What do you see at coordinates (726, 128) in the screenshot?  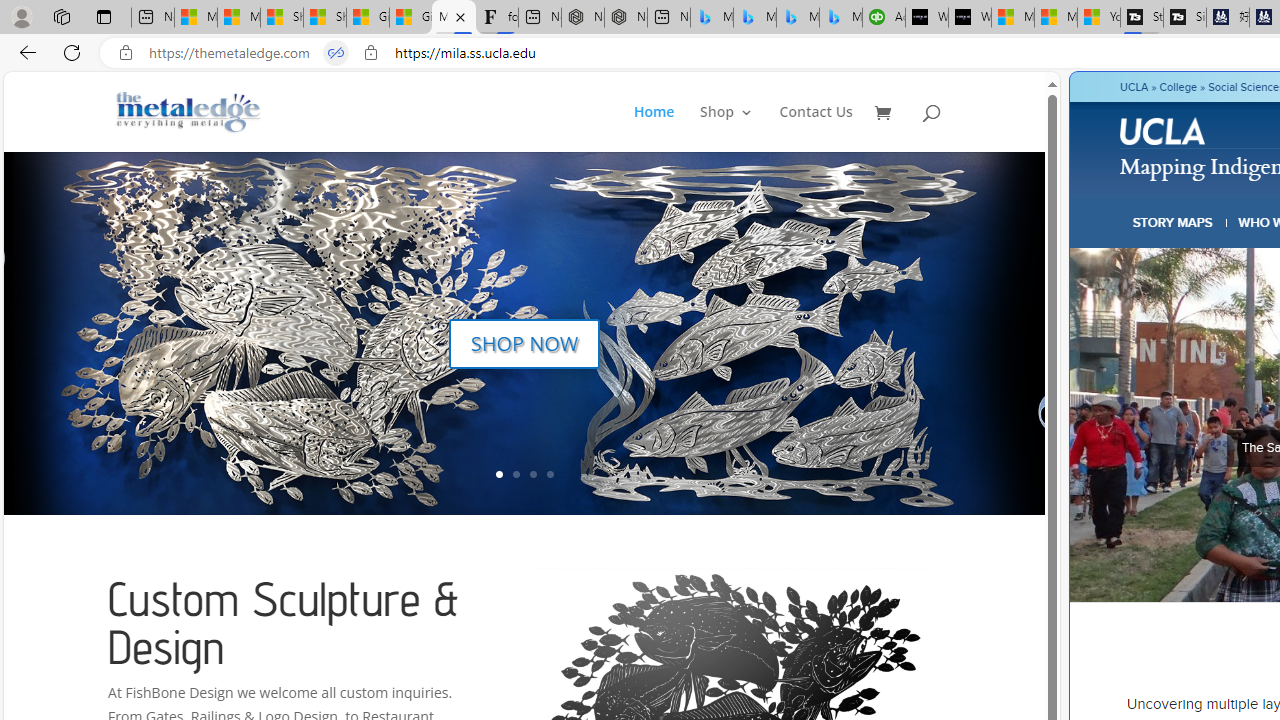 I see `'Shop 3'` at bounding box center [726, 128].